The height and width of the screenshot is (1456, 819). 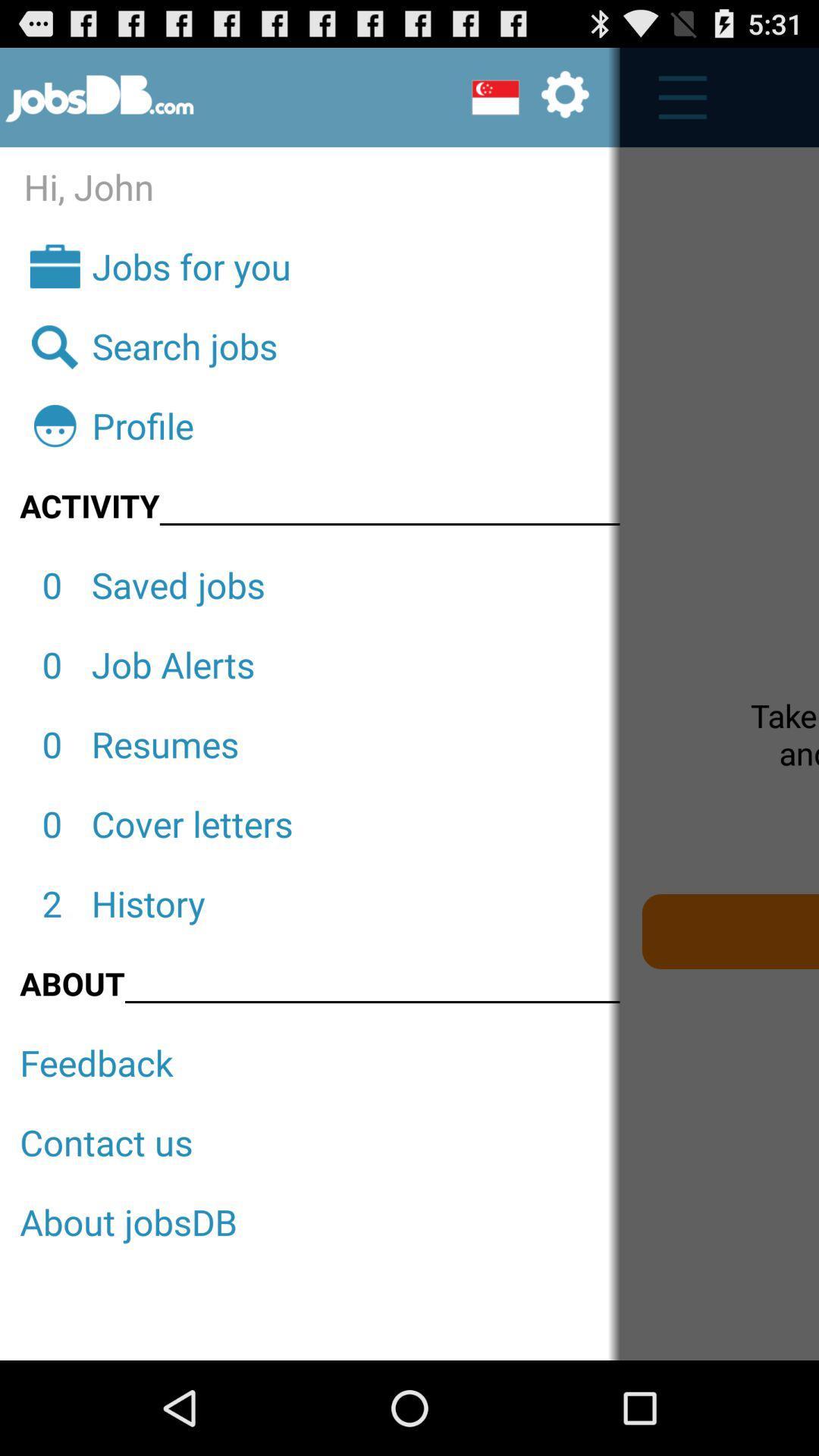 I want to click on the button next to settings icon, so click(x=674, y=97).